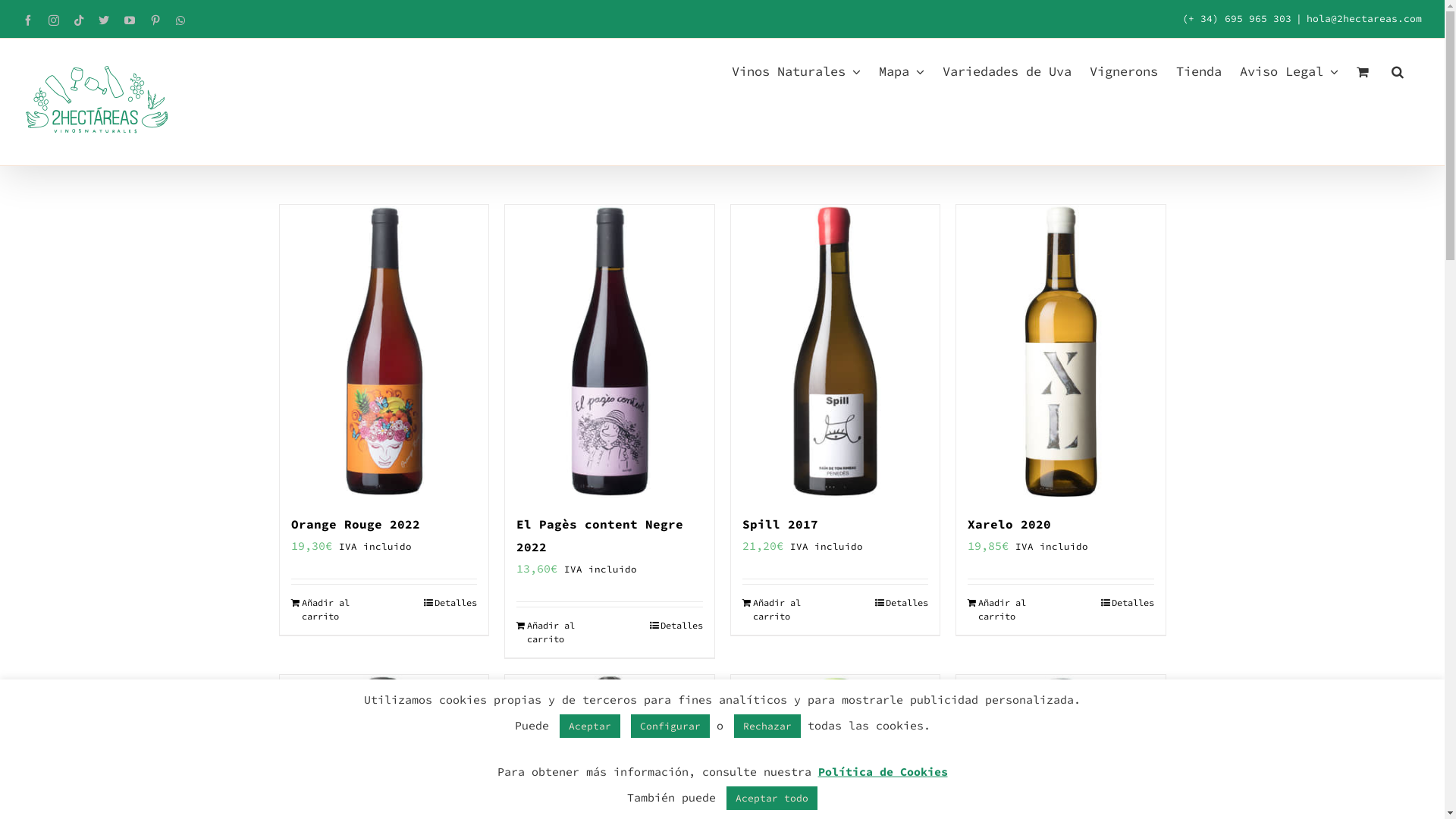  I want to click on 'Orange Rouge 2022', so click(355, 522).